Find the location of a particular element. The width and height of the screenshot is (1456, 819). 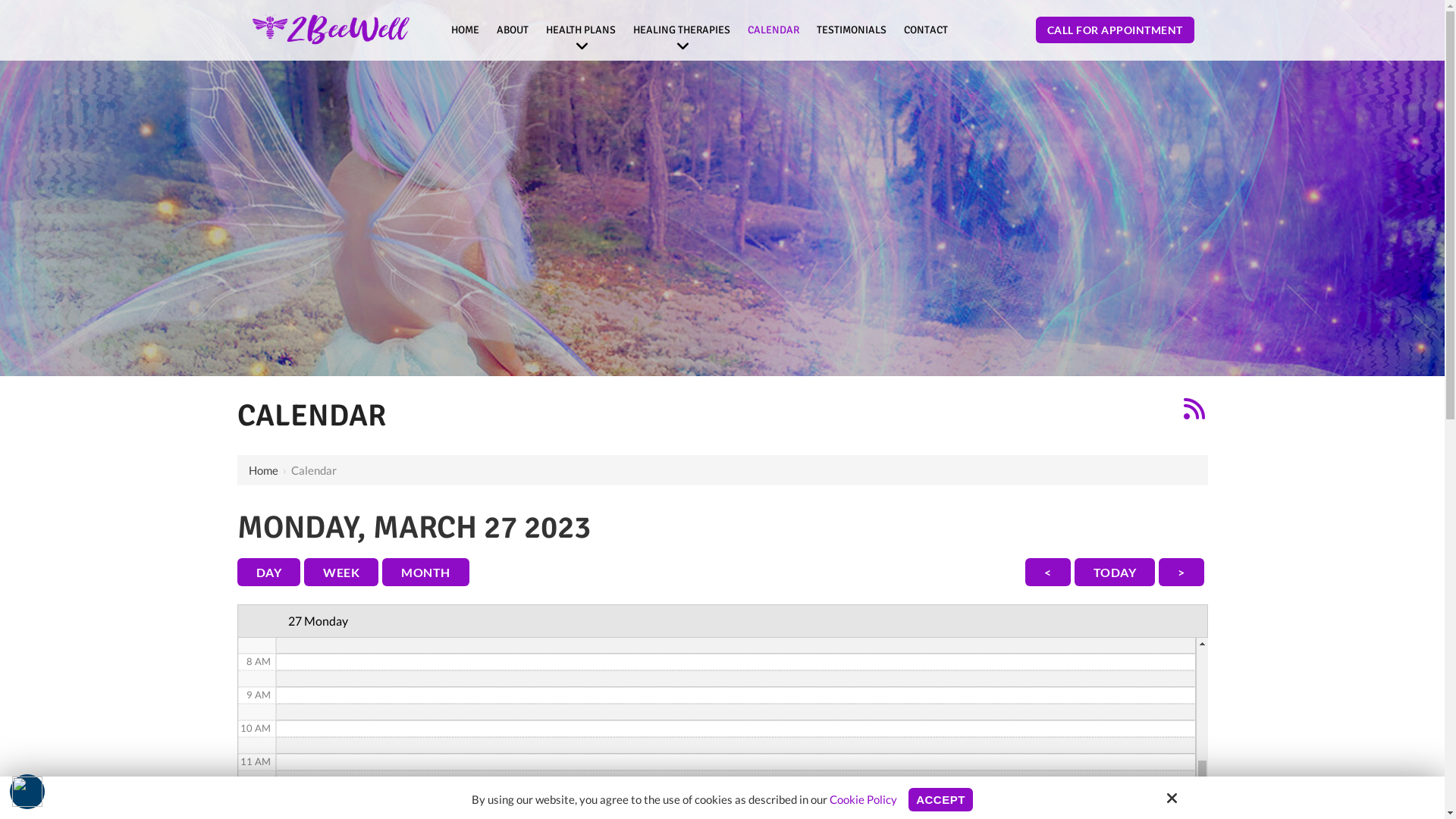

'TODAY' is located at coordinates (1114, 572).